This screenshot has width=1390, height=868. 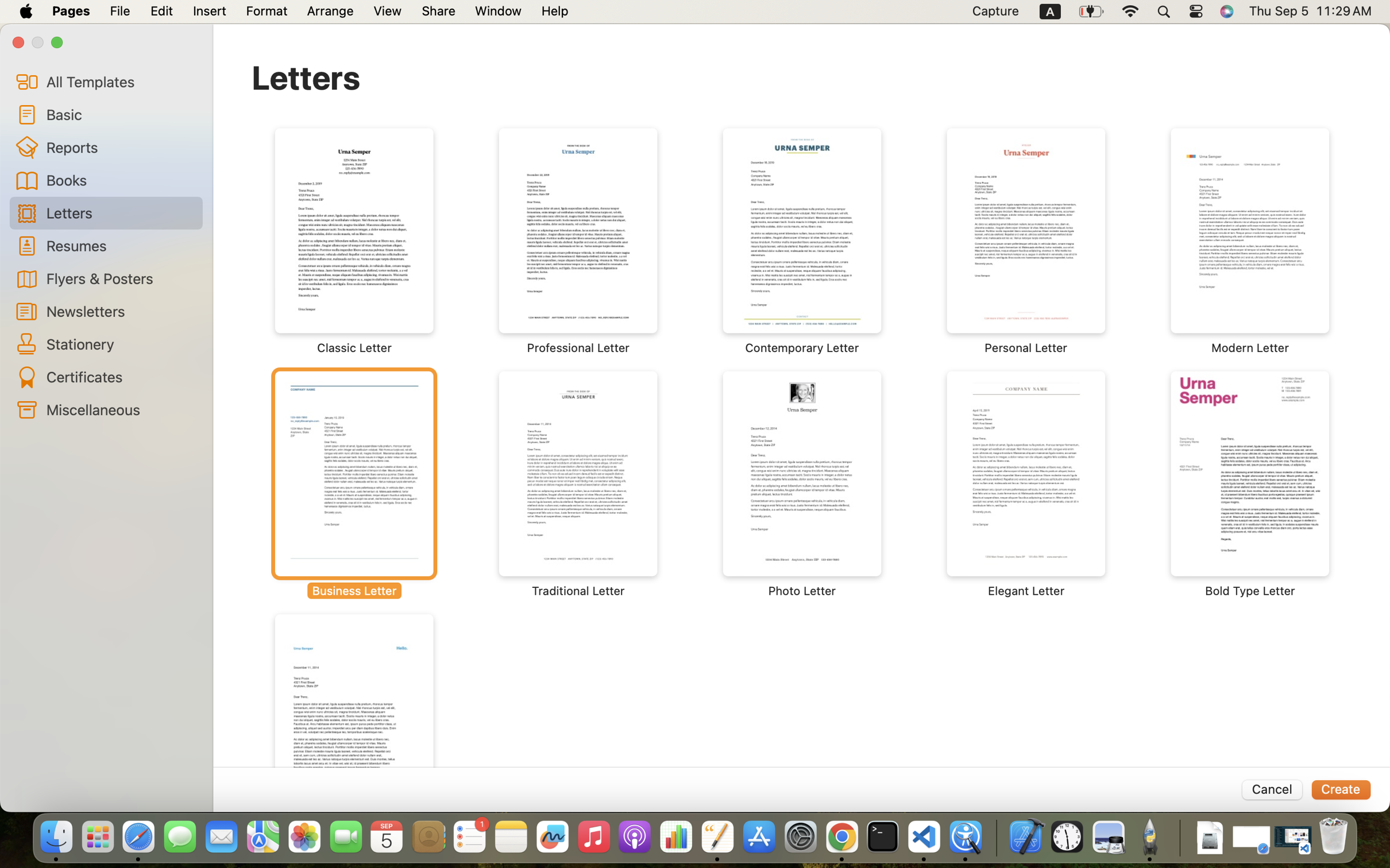 What do you see at coordinates (354, 484) in the screenshot?
I see `'‎⁨Business Letter⁩'` at bounding box center [354, 484].